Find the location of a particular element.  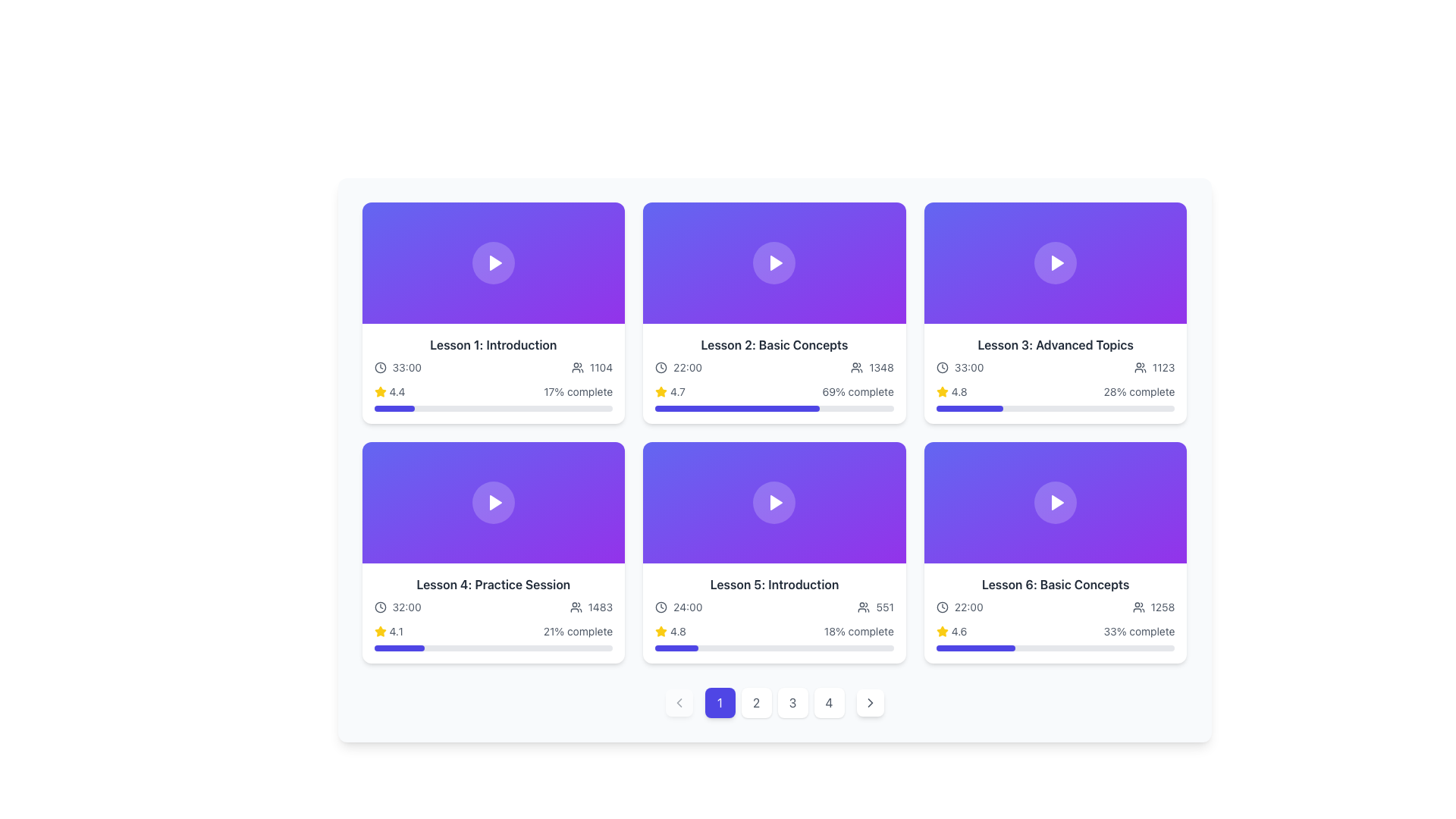

the interactive card titled 'Lesson 6: Basic Concepts' located in the bottom-right corner of the grid is located at coordinates (1055, 553).